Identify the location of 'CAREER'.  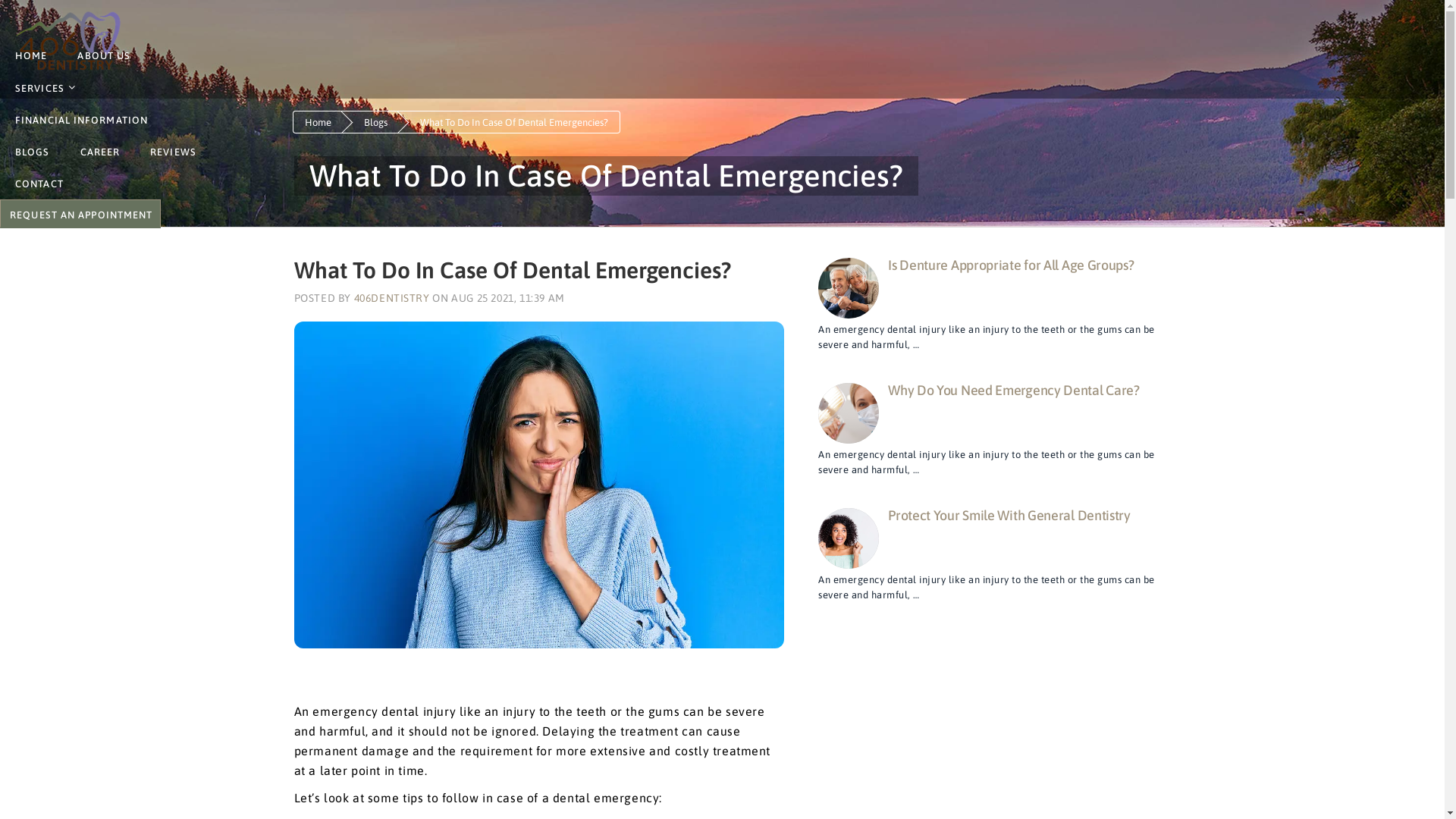
(99, 152).